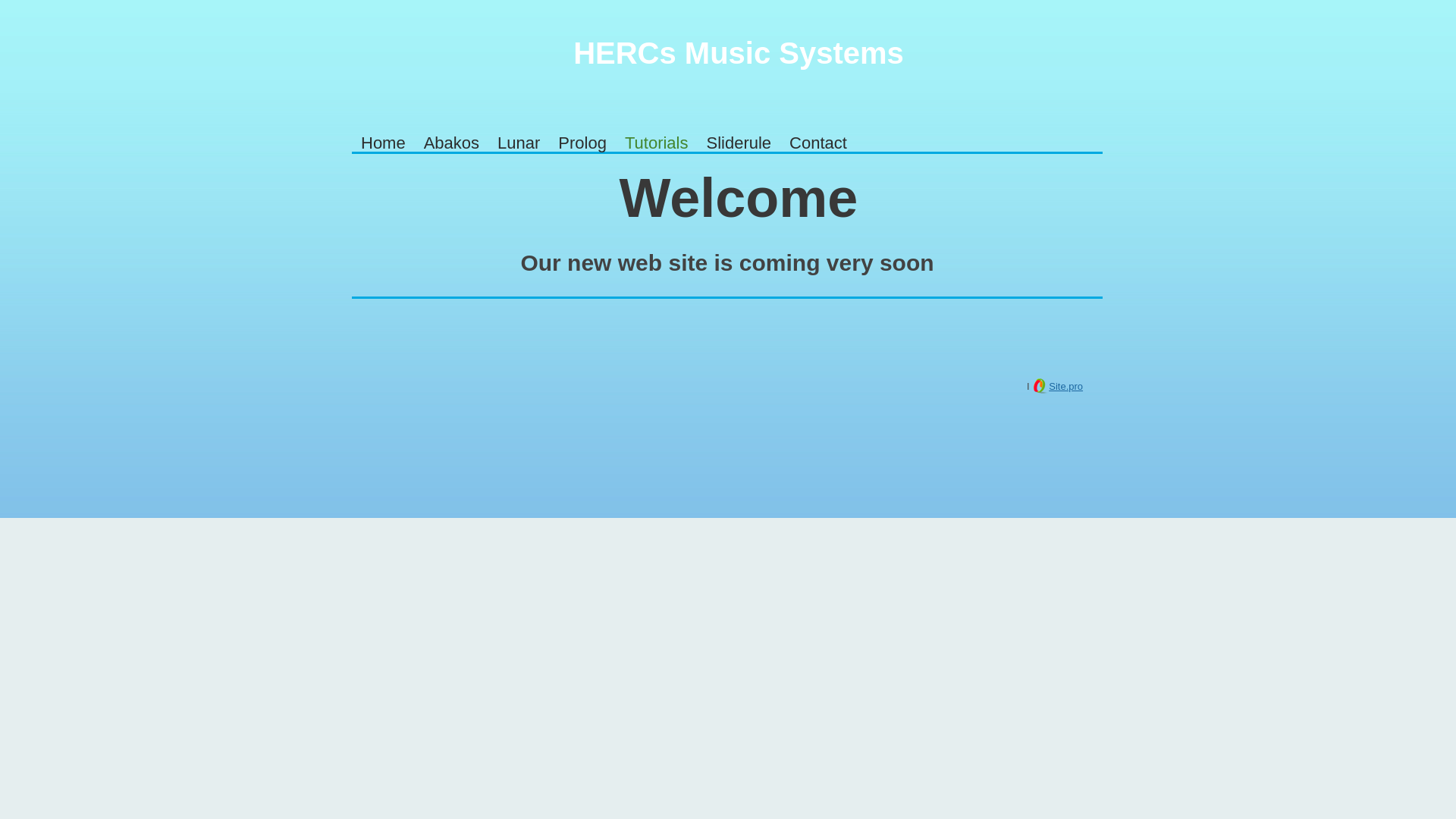 The image size is (1456, 819). What do you see at coordinates (582, 143) in the screenshot?
I see `'Prolog'` at bounding box center [582, 143].